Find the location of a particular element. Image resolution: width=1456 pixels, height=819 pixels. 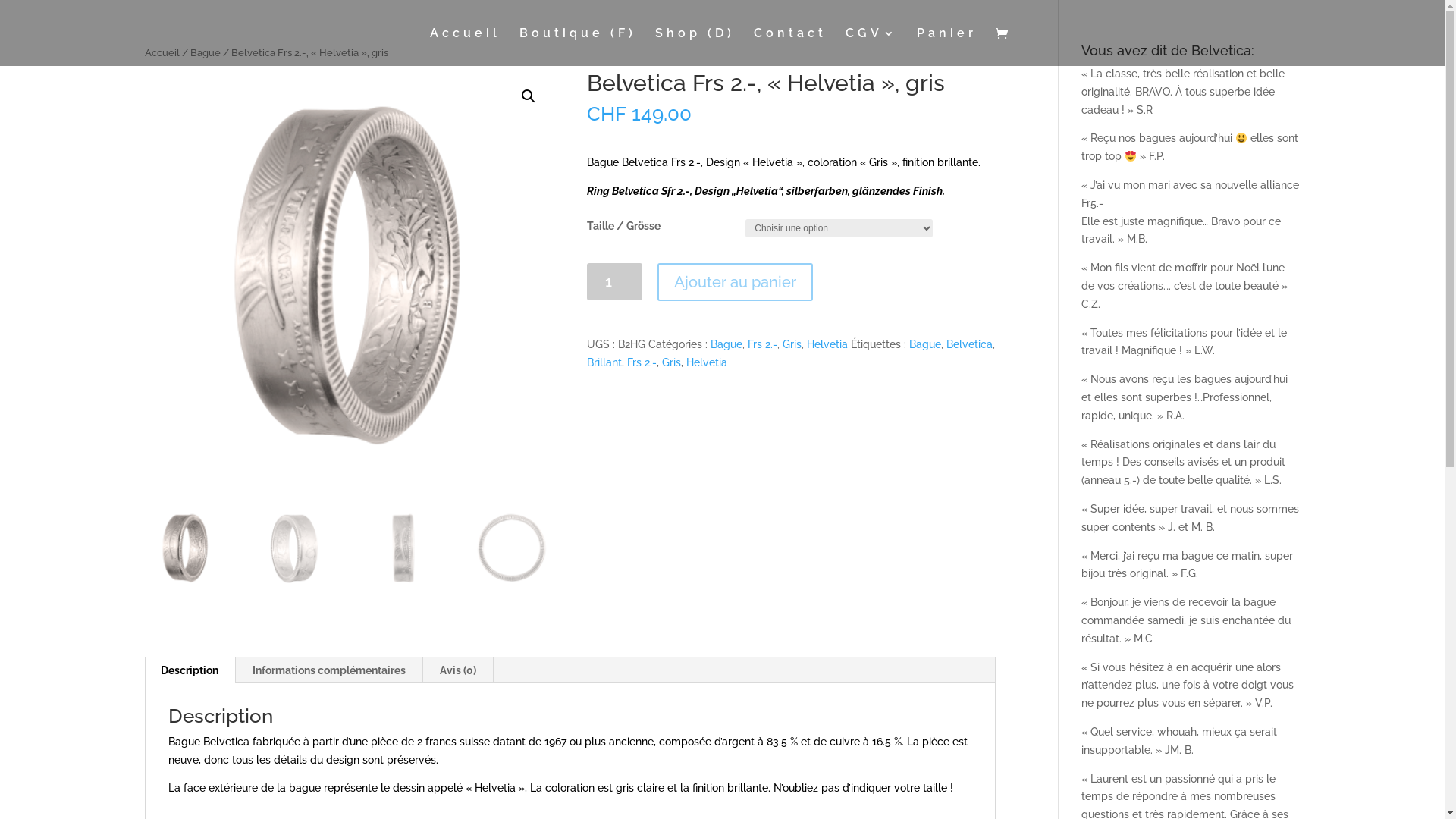

'Description' is located at coordinates (188, 669).